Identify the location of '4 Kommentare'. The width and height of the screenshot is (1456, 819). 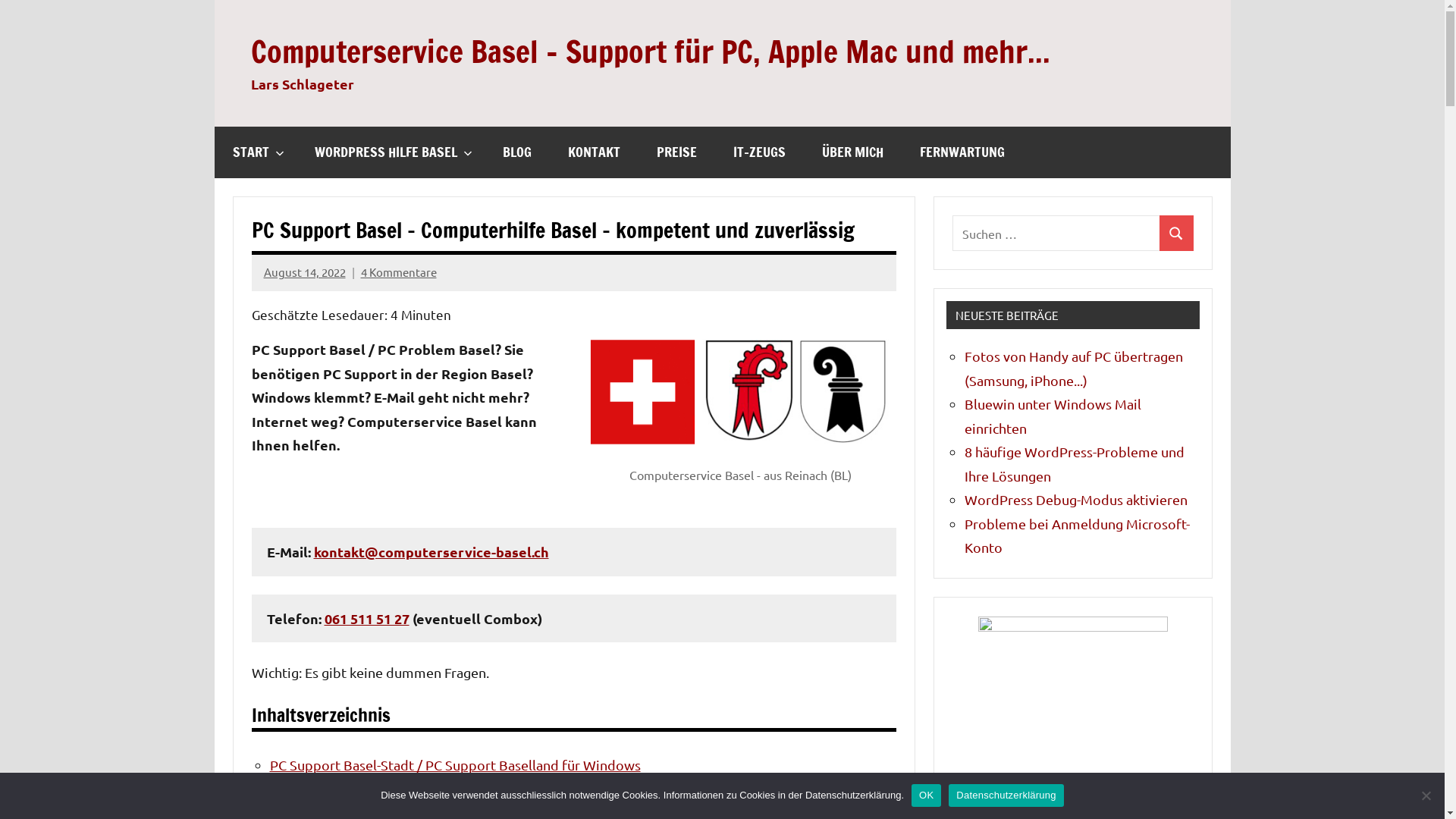
(399, 271).